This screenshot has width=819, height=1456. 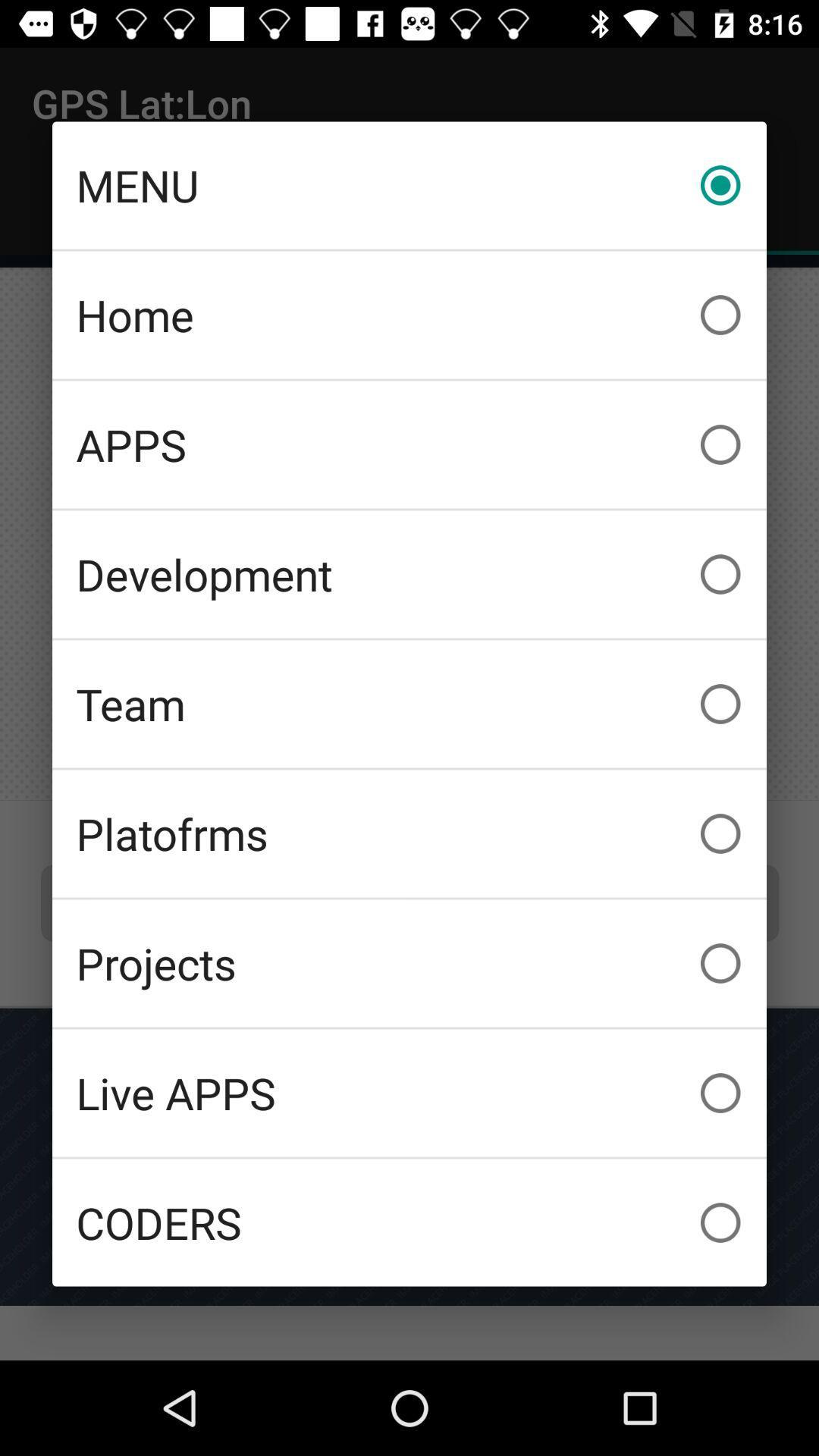 What do you see at coordinates (409, 184) in the screenshot?
I see `menu` at bounding box center [409, 184].